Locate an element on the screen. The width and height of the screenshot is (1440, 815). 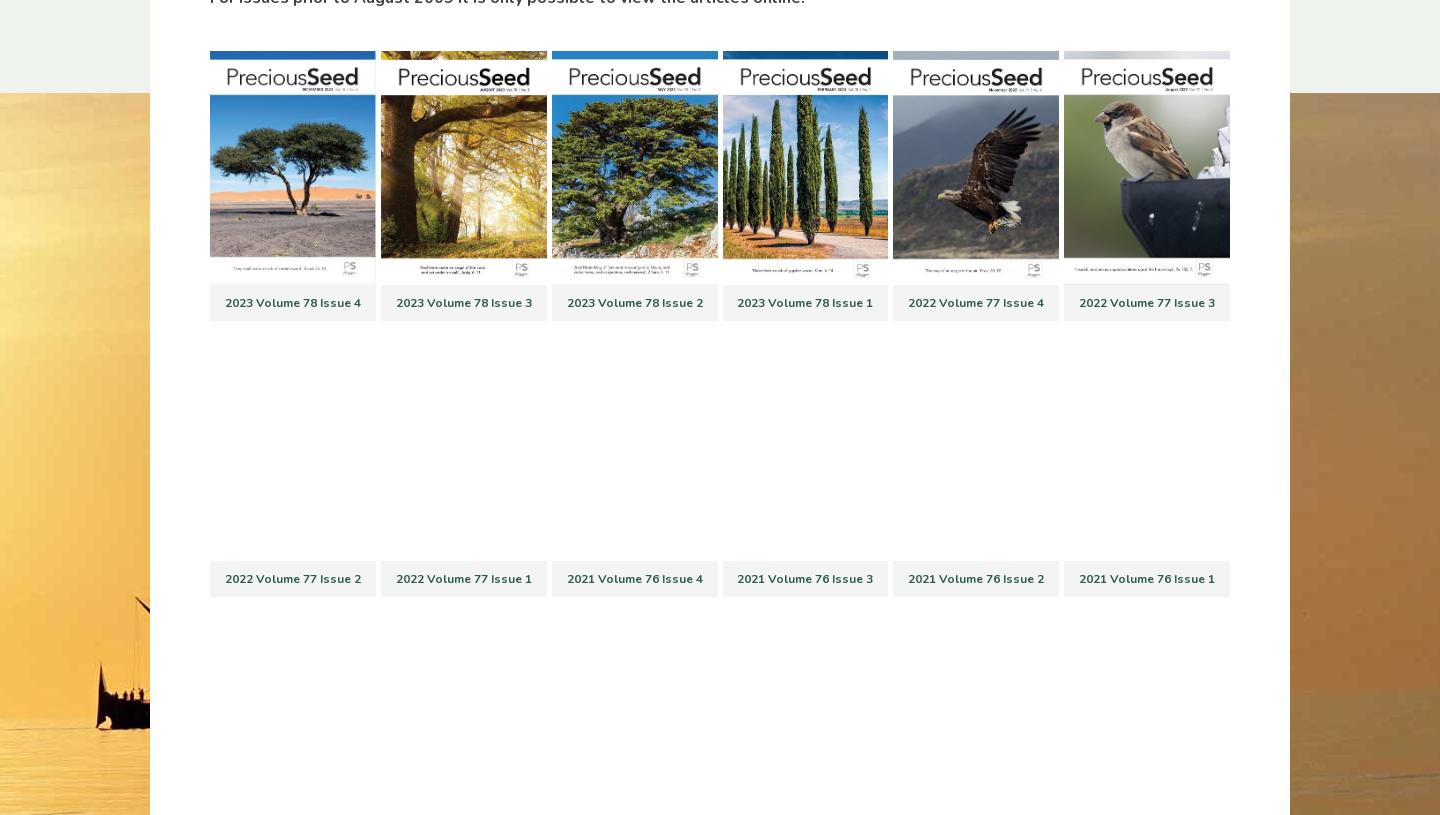
'Links' is located at coordinates (315, 455).